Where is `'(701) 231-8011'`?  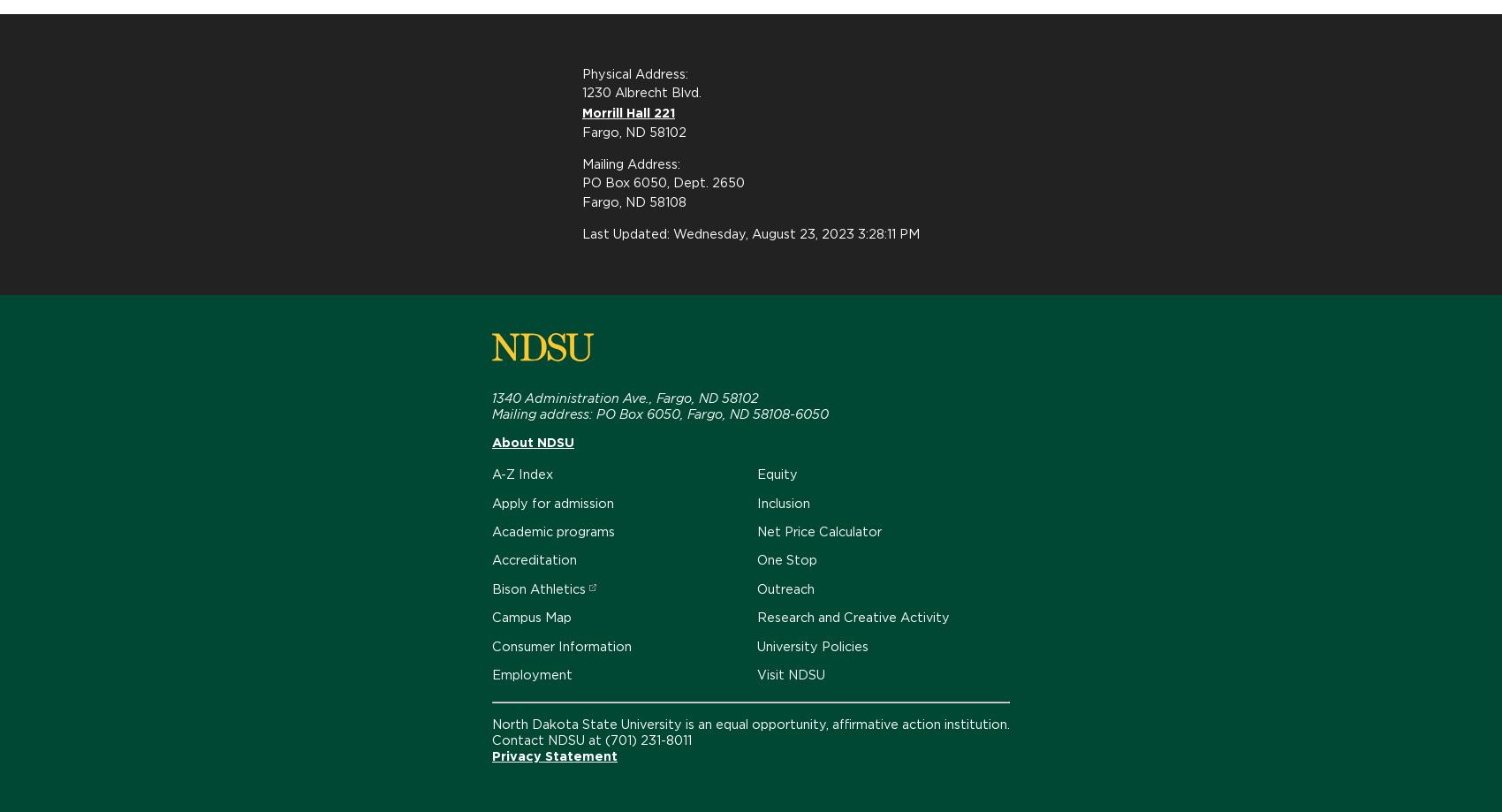 '(701) 231-8011' is located at coordinates (604, 739).